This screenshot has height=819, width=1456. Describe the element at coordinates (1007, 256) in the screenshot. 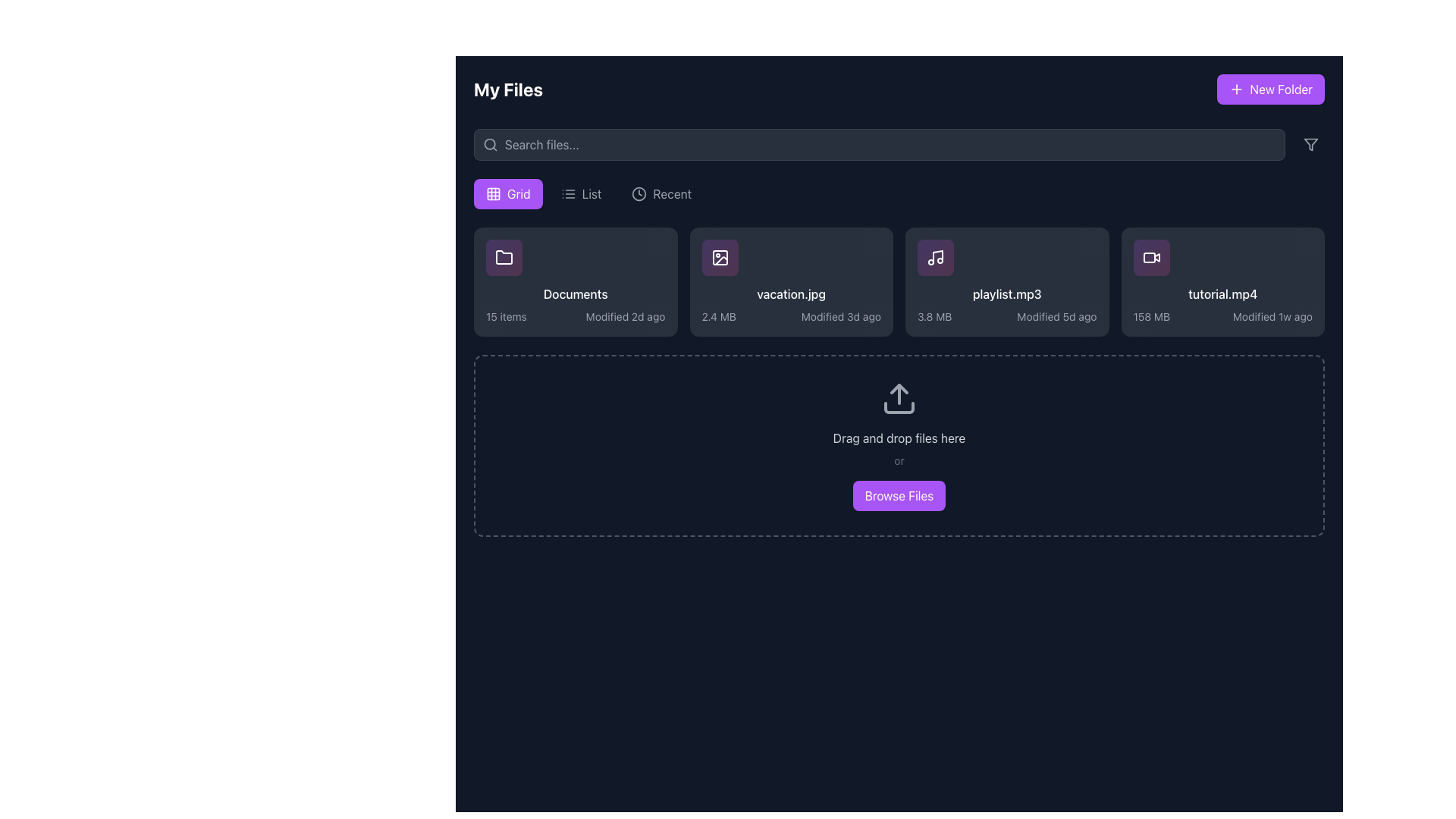

I see `the content of the horizontal bar containing a musical note icon, filename 'playlist.mp3', and metadata '3.8 MB Modified 5d ago'` at that location.